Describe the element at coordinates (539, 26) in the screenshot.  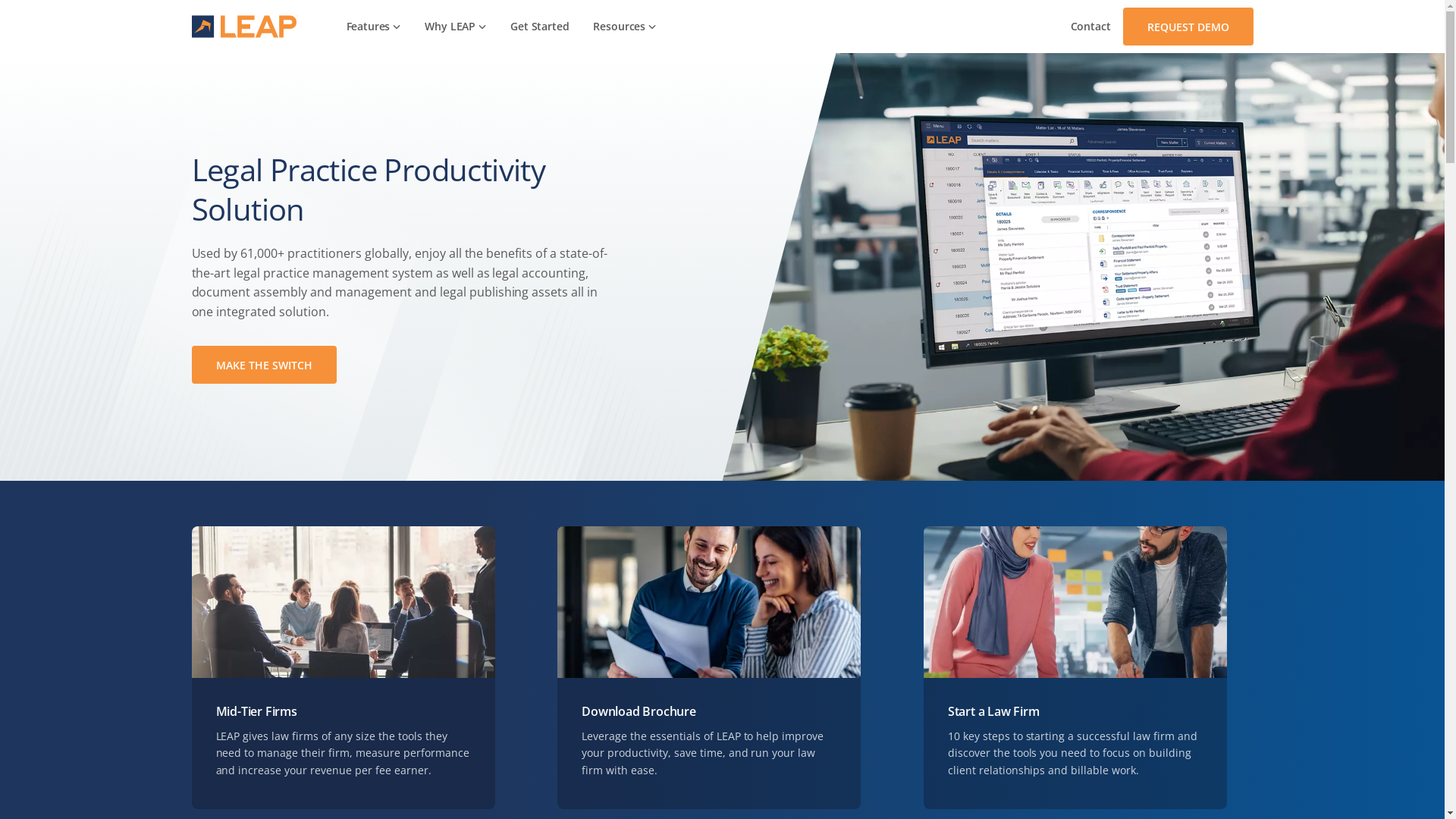
I see `'Get Started'` at that location.